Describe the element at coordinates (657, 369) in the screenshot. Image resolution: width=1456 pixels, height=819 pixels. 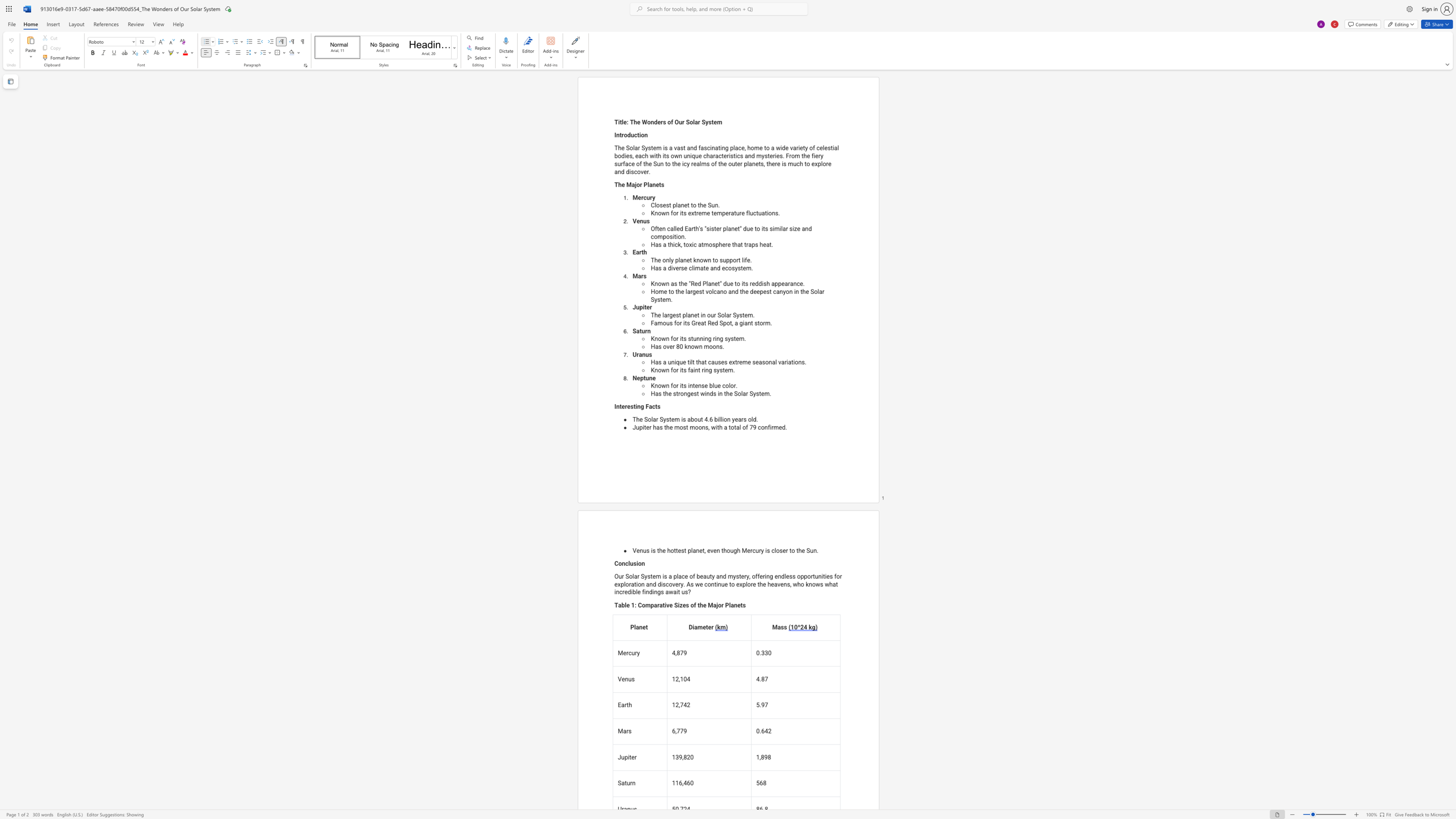
I see `the space between the continuous character "n" and "o" in the text` at that location.